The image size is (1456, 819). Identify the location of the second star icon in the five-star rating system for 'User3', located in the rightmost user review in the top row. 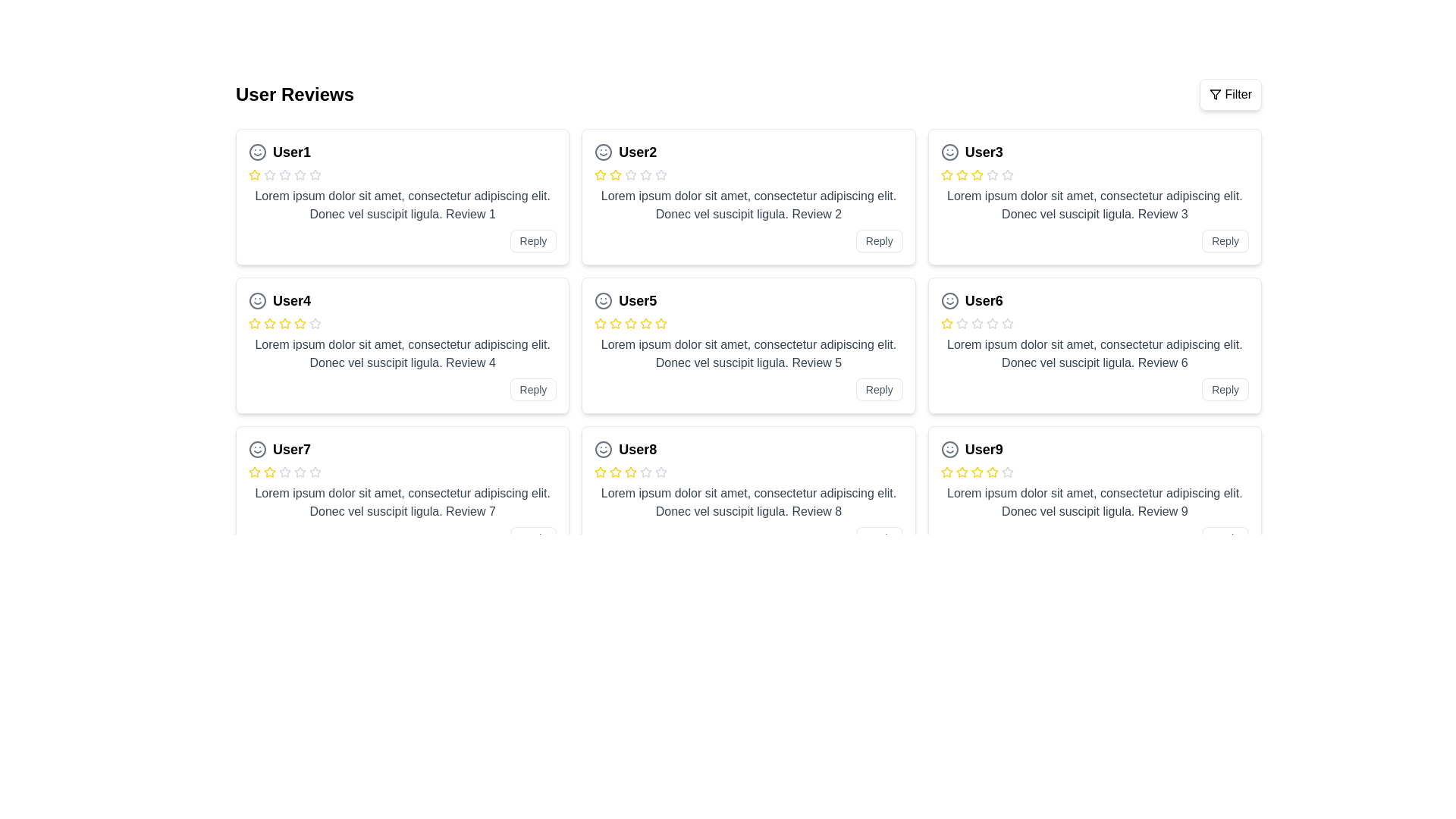
(946, 174).